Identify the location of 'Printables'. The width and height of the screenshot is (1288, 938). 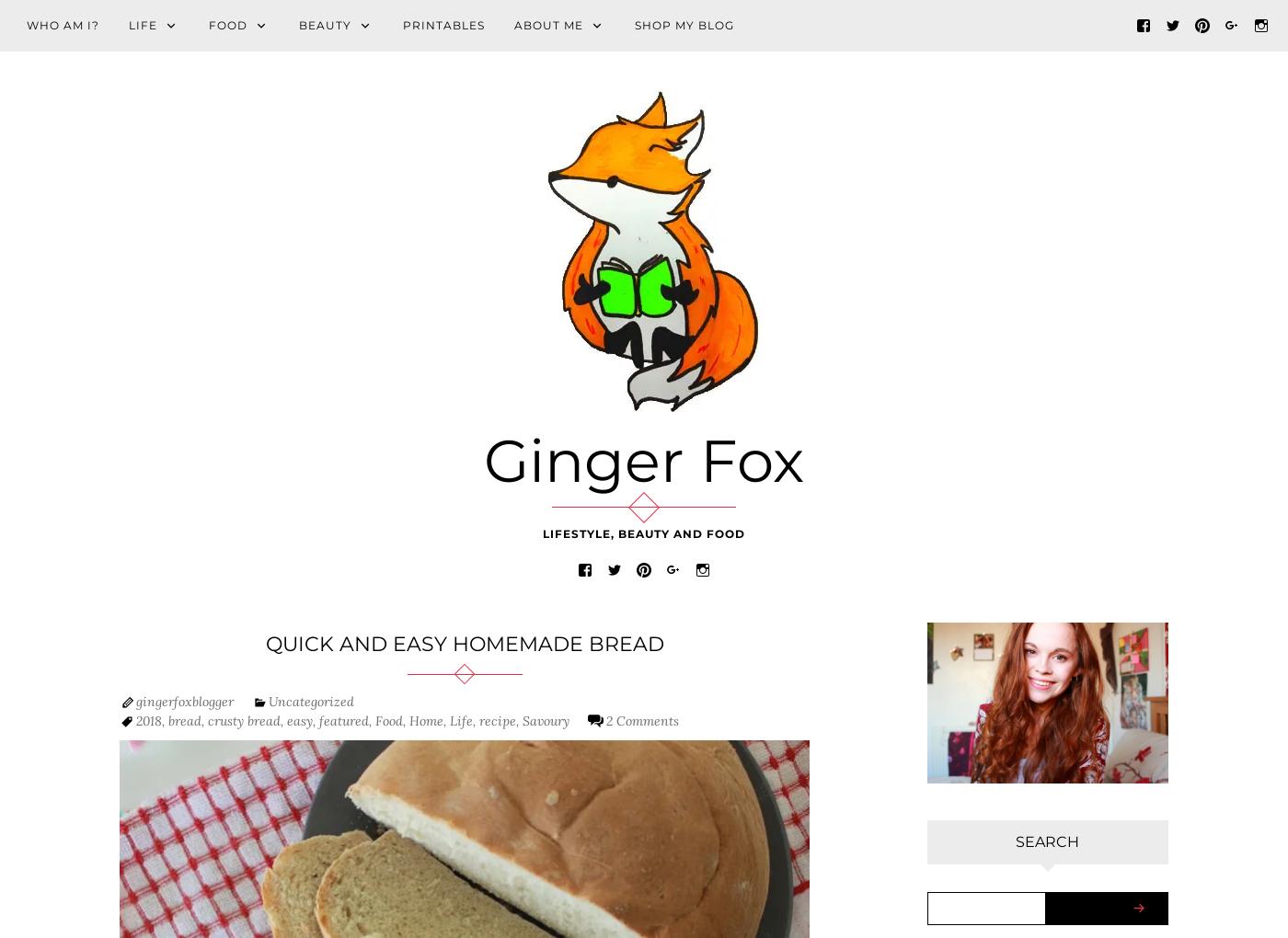
(443, 24).